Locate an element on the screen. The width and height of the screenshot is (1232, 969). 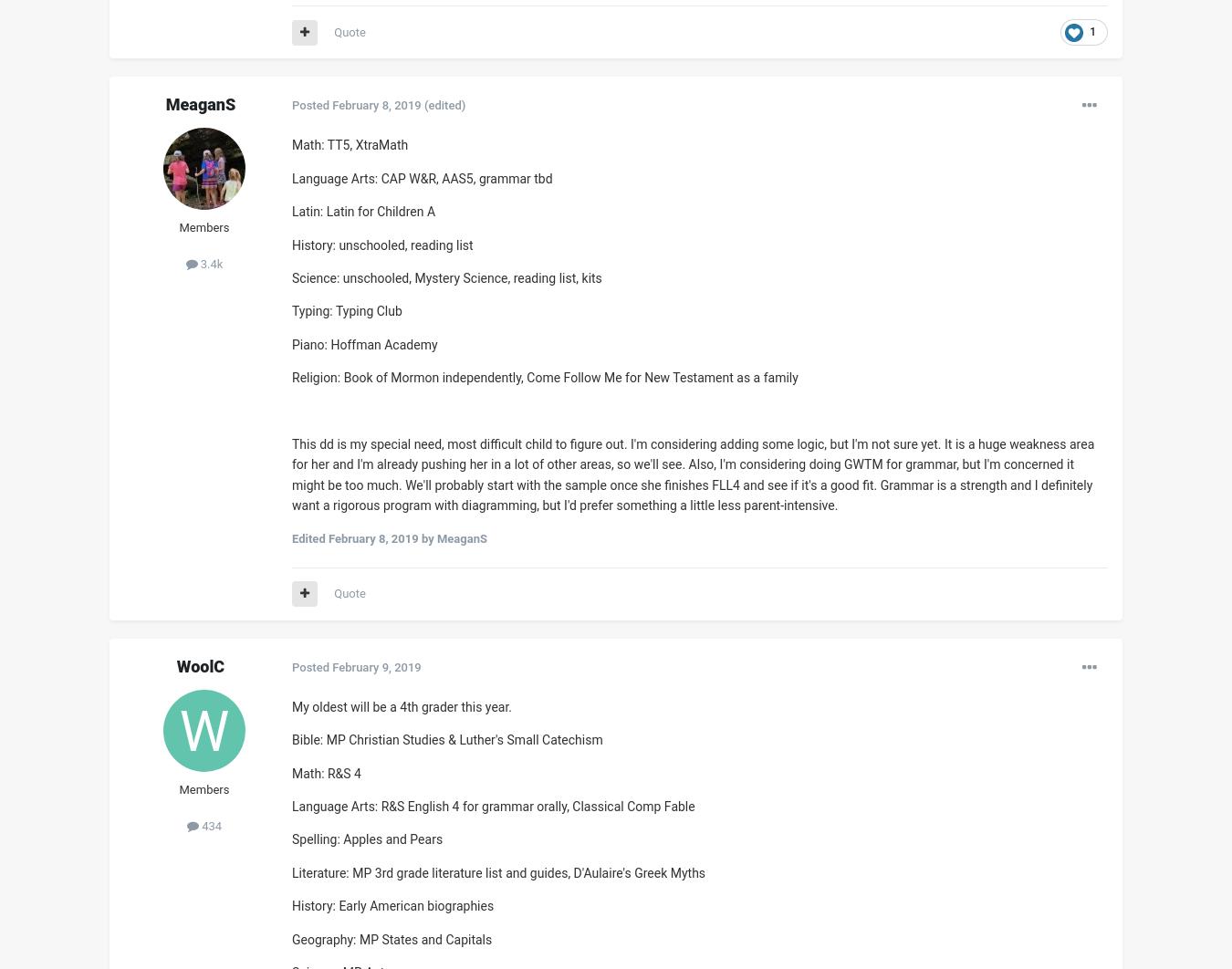
'1' is located at coordinates (1091, 32).